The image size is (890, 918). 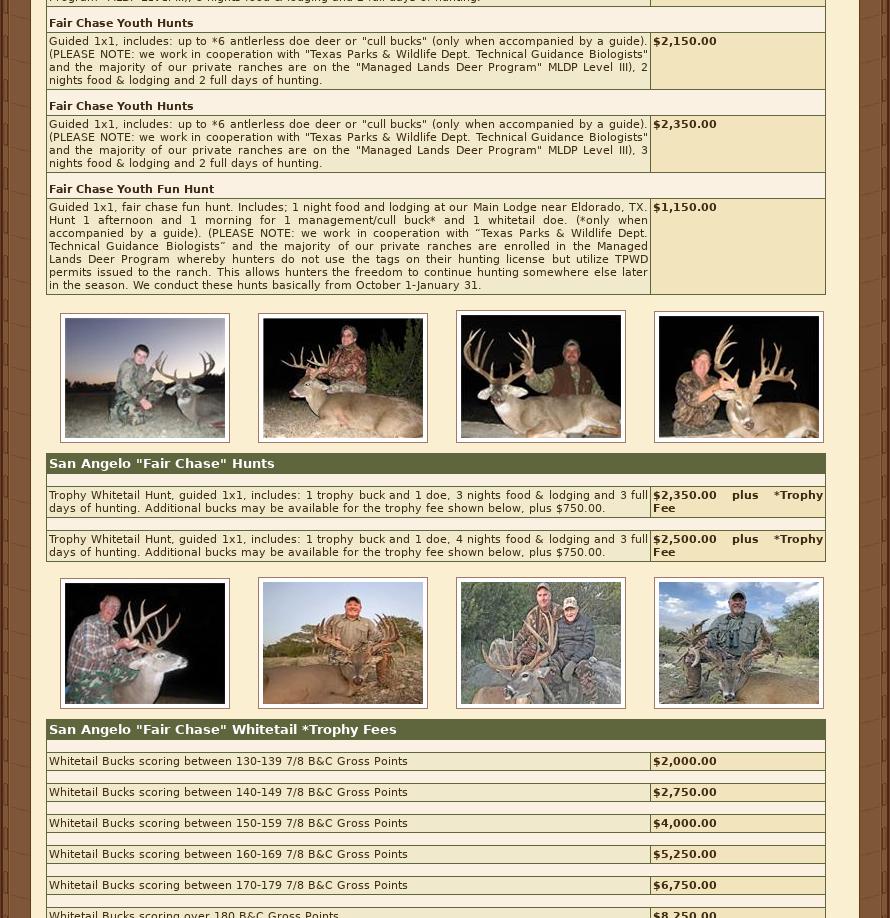 What do you see at coordinates (161, 463) in the screenshot?
I see `'San Angelo "Fair Chase" Hunts'` at bounding box center [161, 463].